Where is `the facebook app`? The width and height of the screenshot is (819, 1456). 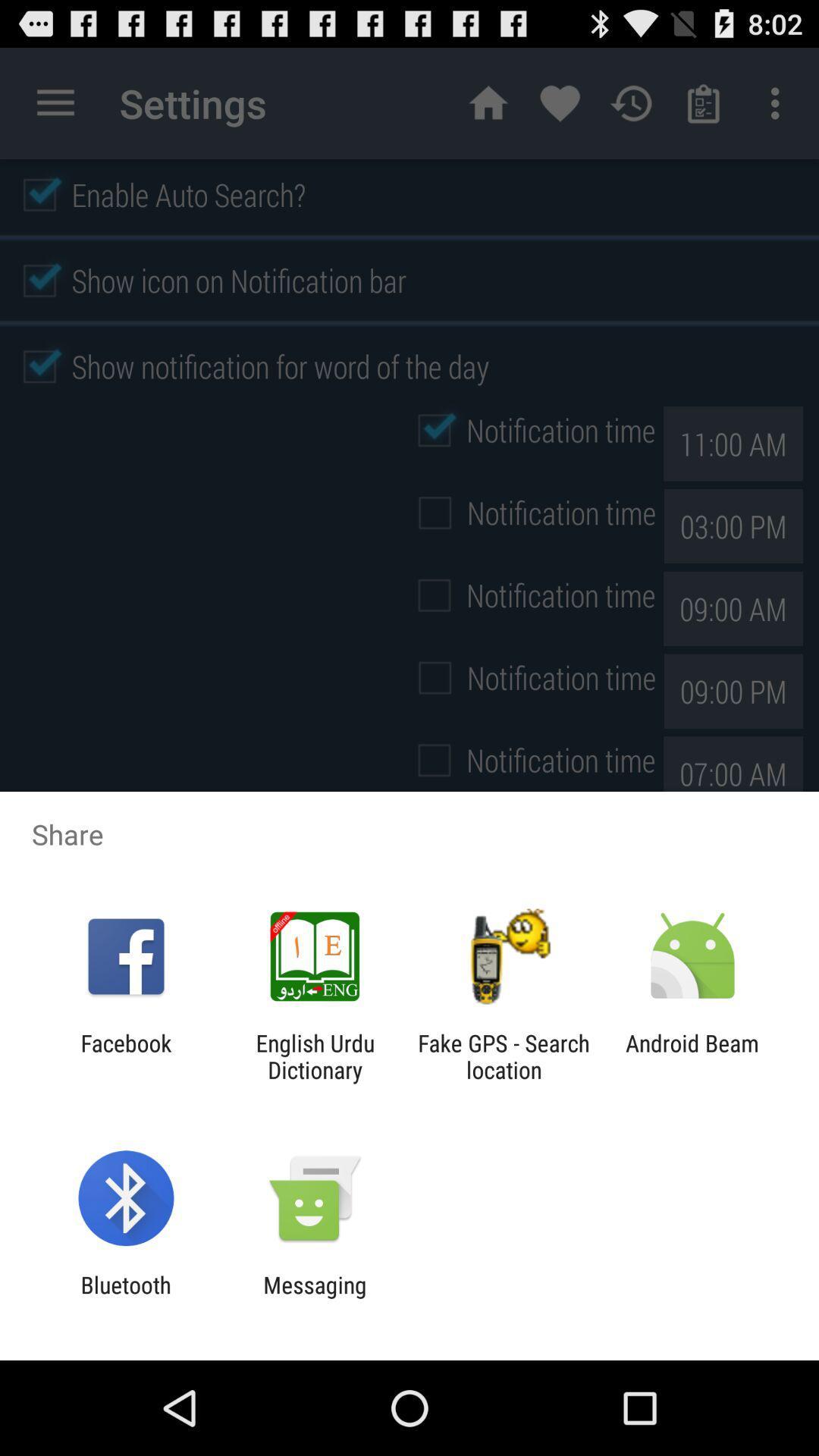
the facebook app is located at coordinates (125, 1056).